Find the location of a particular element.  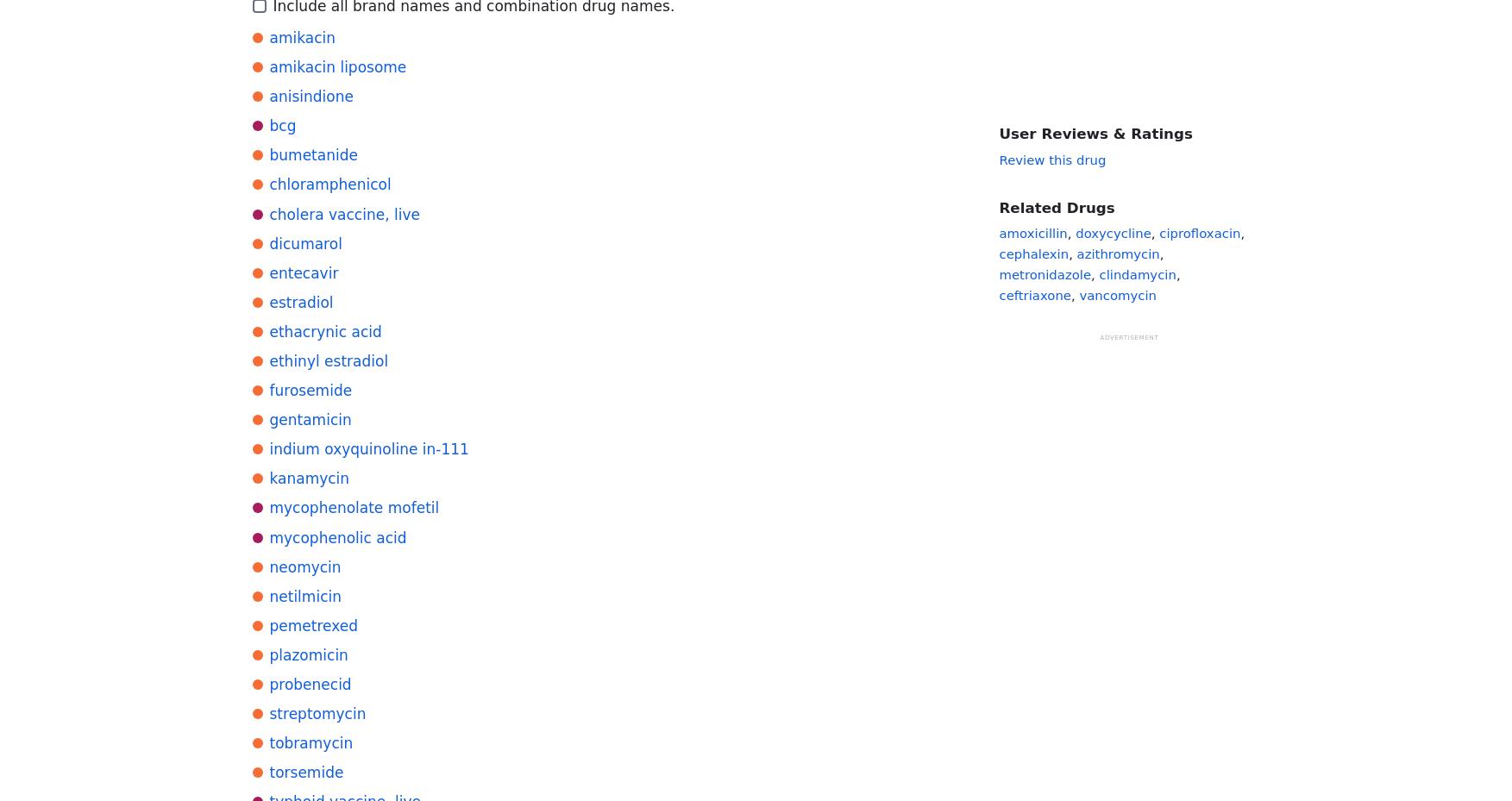

'ceftriaxone' is located at coordinates (1033, 294).